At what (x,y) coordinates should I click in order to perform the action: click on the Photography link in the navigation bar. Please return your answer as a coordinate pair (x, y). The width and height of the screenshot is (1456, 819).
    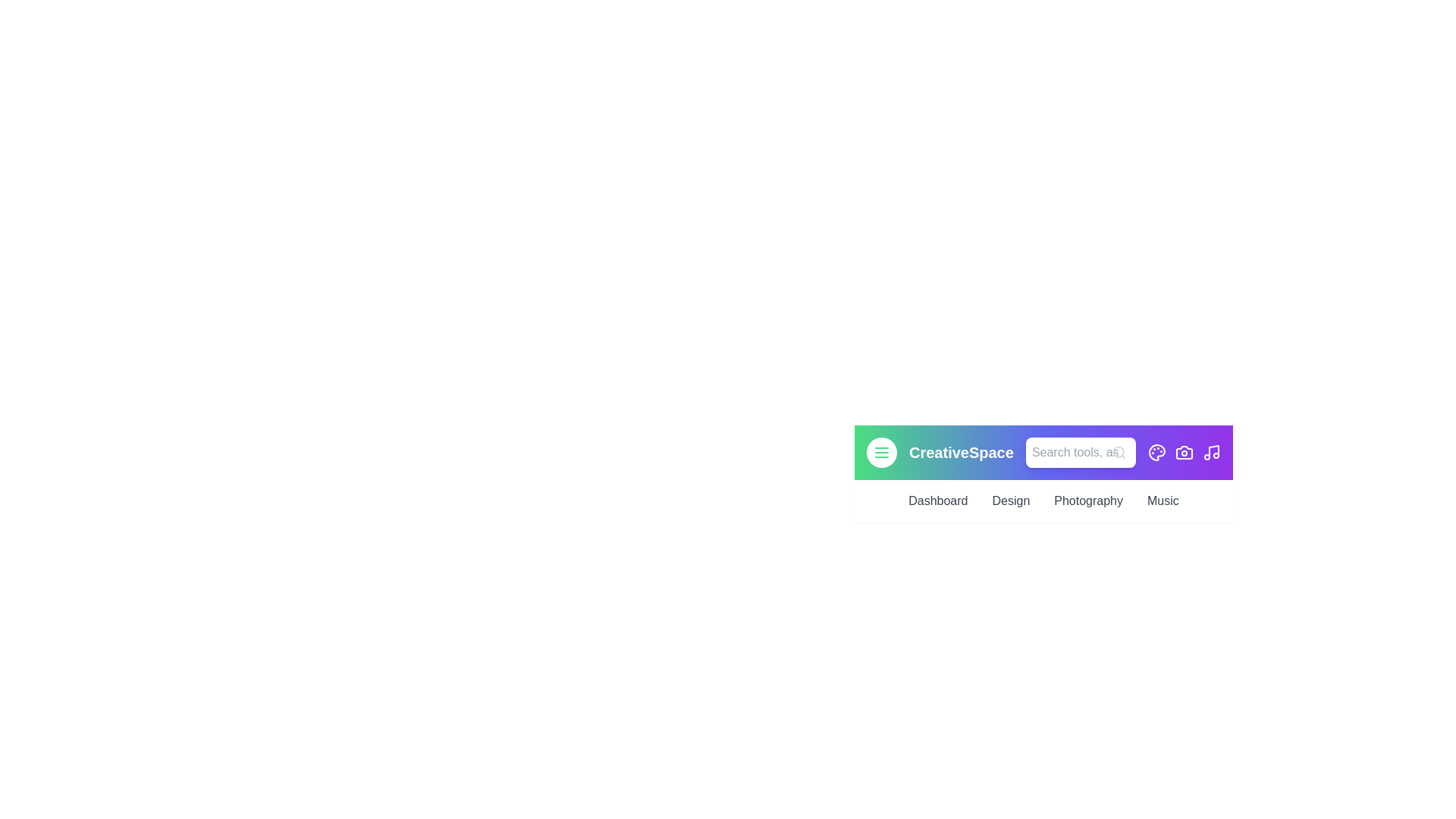
    Looking at the image, I should click on (1087, 500).